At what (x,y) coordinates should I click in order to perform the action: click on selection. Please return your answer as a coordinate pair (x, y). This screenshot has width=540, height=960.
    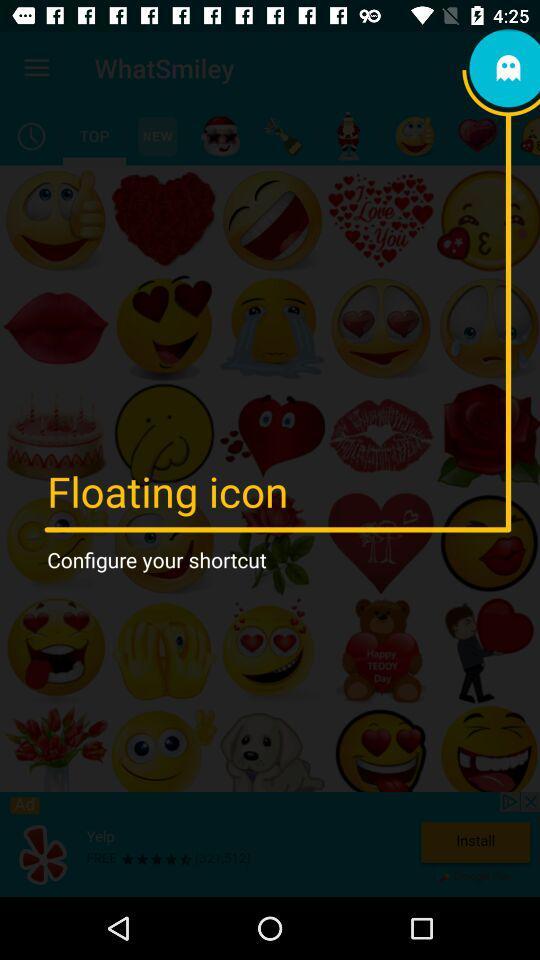
    Looking at the image, I should click on (93, 135).